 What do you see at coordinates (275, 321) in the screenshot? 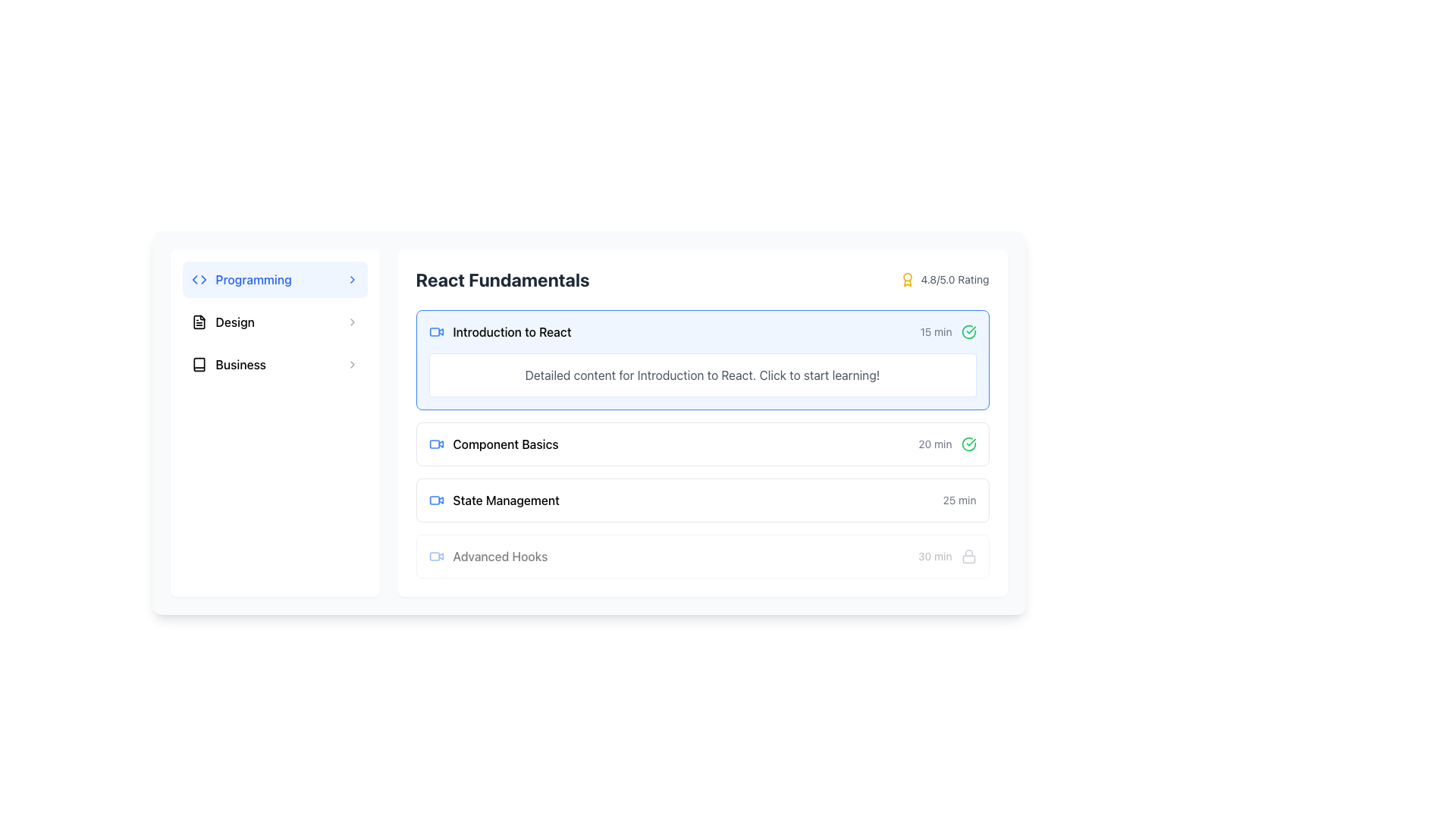
I see `the 'Design' button, which is the second item in the vertical navigation menu` at bounding box center [275, 321].